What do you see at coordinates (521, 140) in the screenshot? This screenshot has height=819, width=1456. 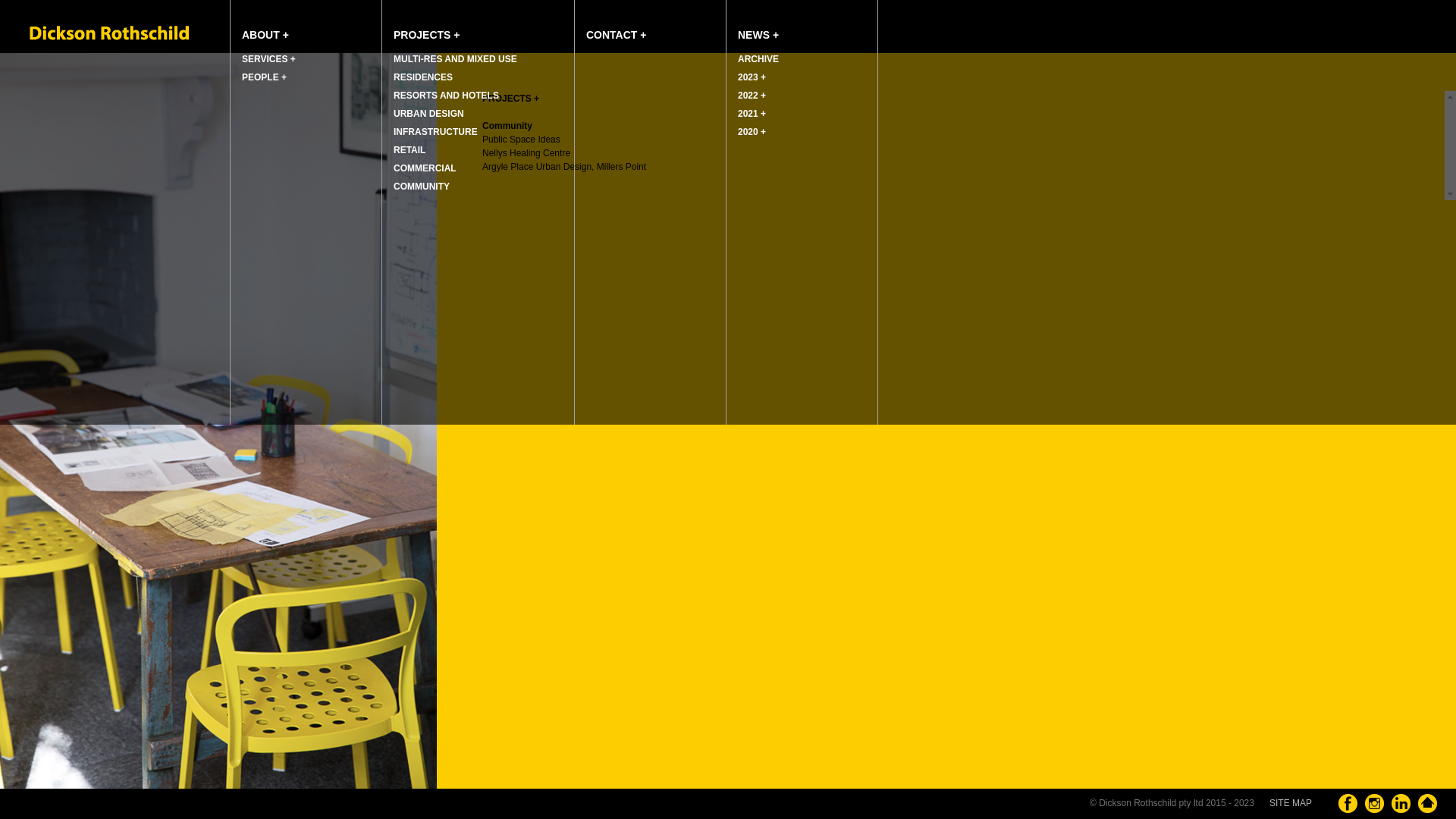 I see `'Public Space Ideas'` at bounding box center [521, 140].